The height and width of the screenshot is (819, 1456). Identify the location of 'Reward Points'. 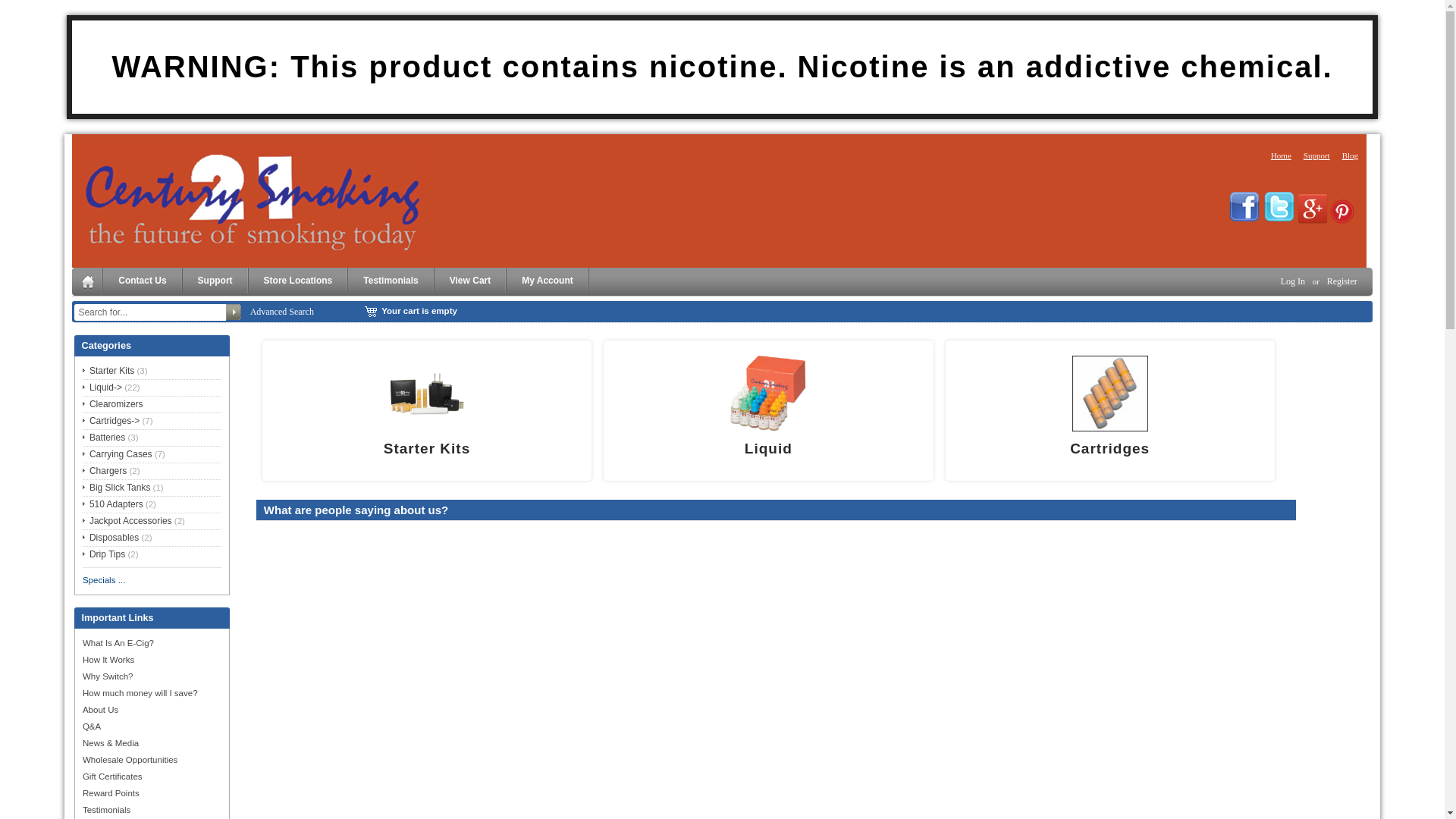
(110, 792).